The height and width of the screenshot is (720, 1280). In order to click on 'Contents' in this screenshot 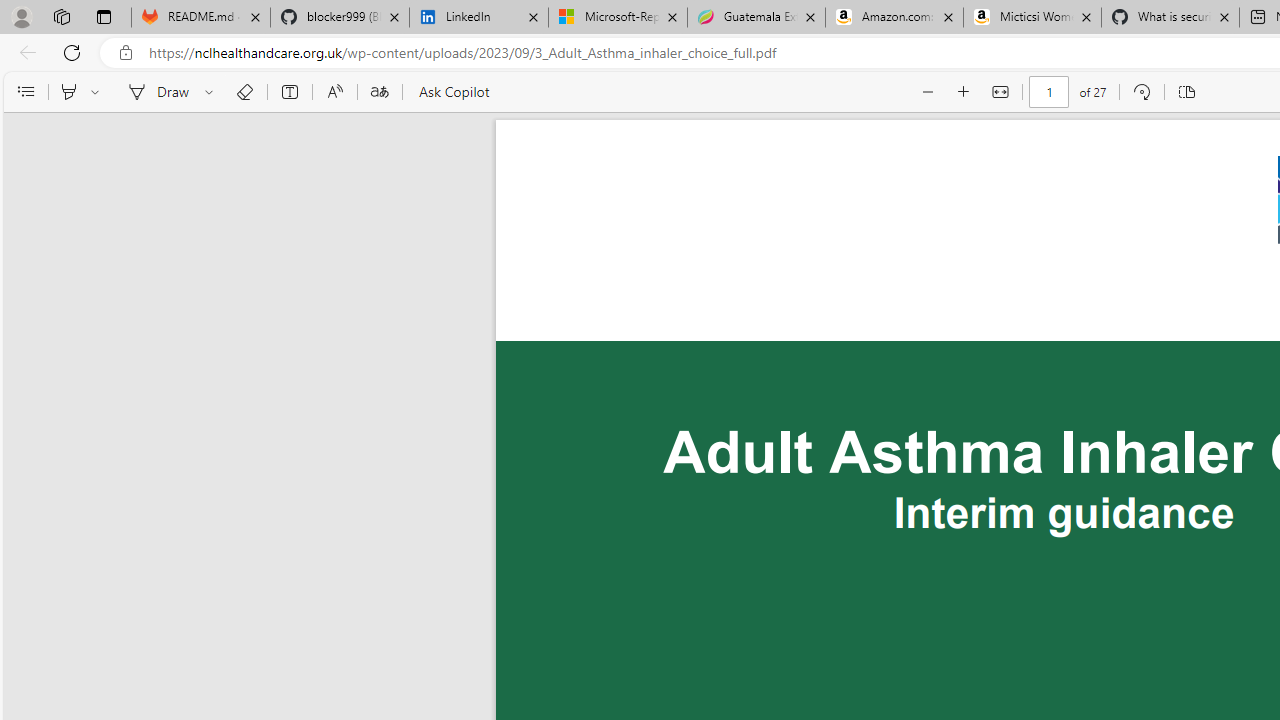, I will do `click(25, 92)`.